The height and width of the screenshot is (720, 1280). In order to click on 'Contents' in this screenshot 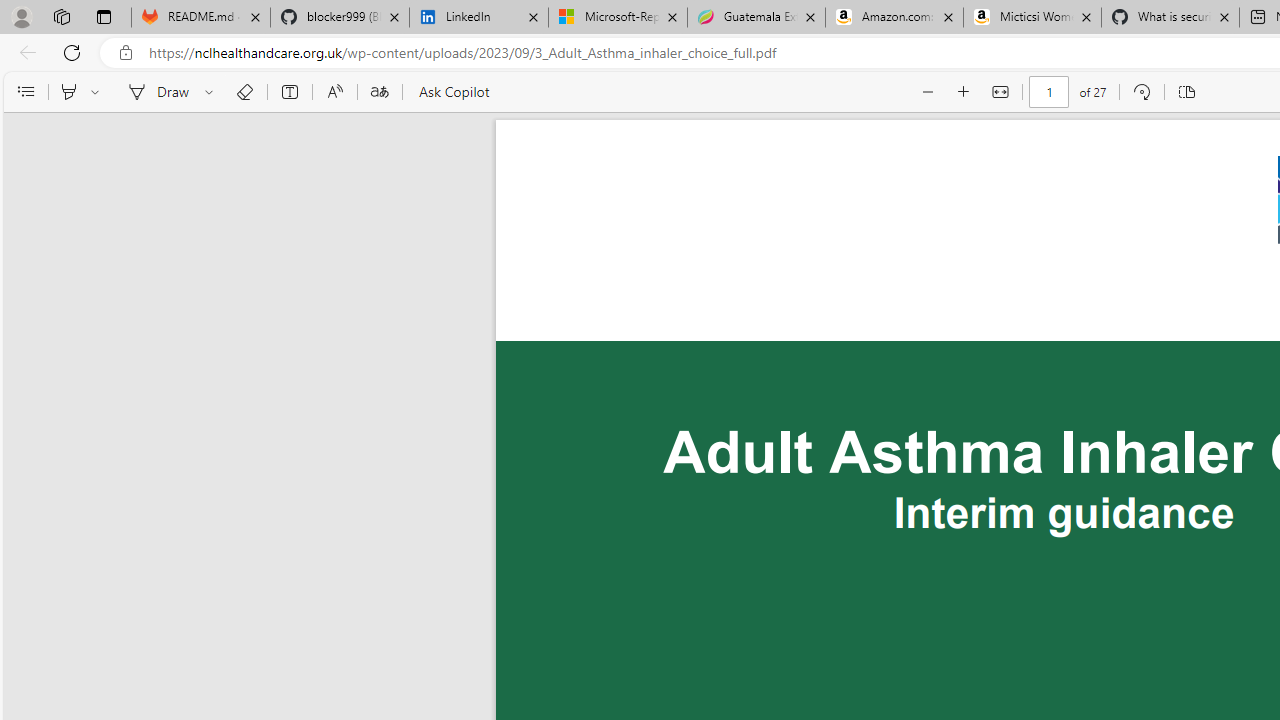, I will do `click(25, 92)`.